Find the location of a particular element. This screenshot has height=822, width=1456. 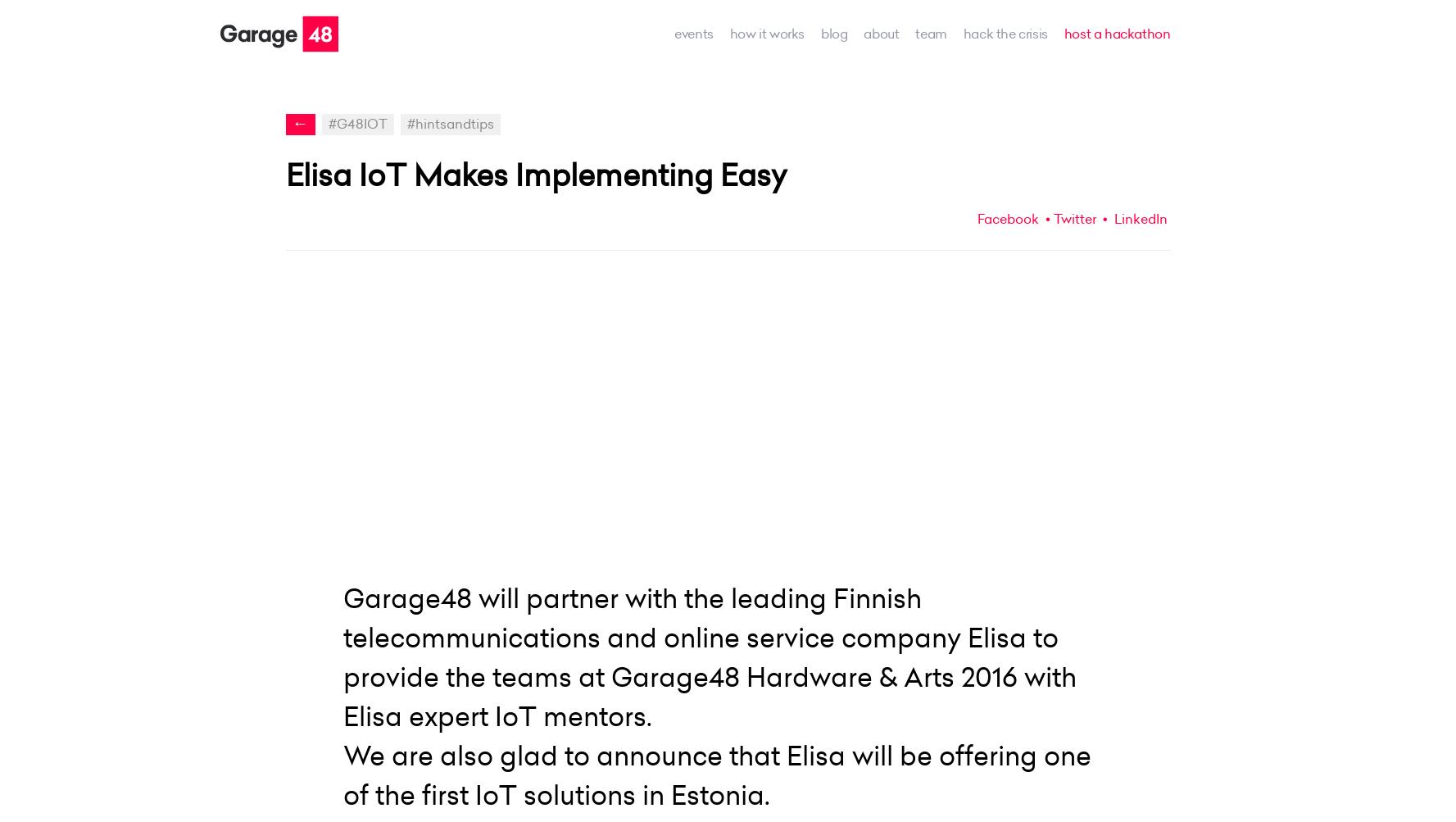

'LinkedIn' is located at coordinates (1137, 217).